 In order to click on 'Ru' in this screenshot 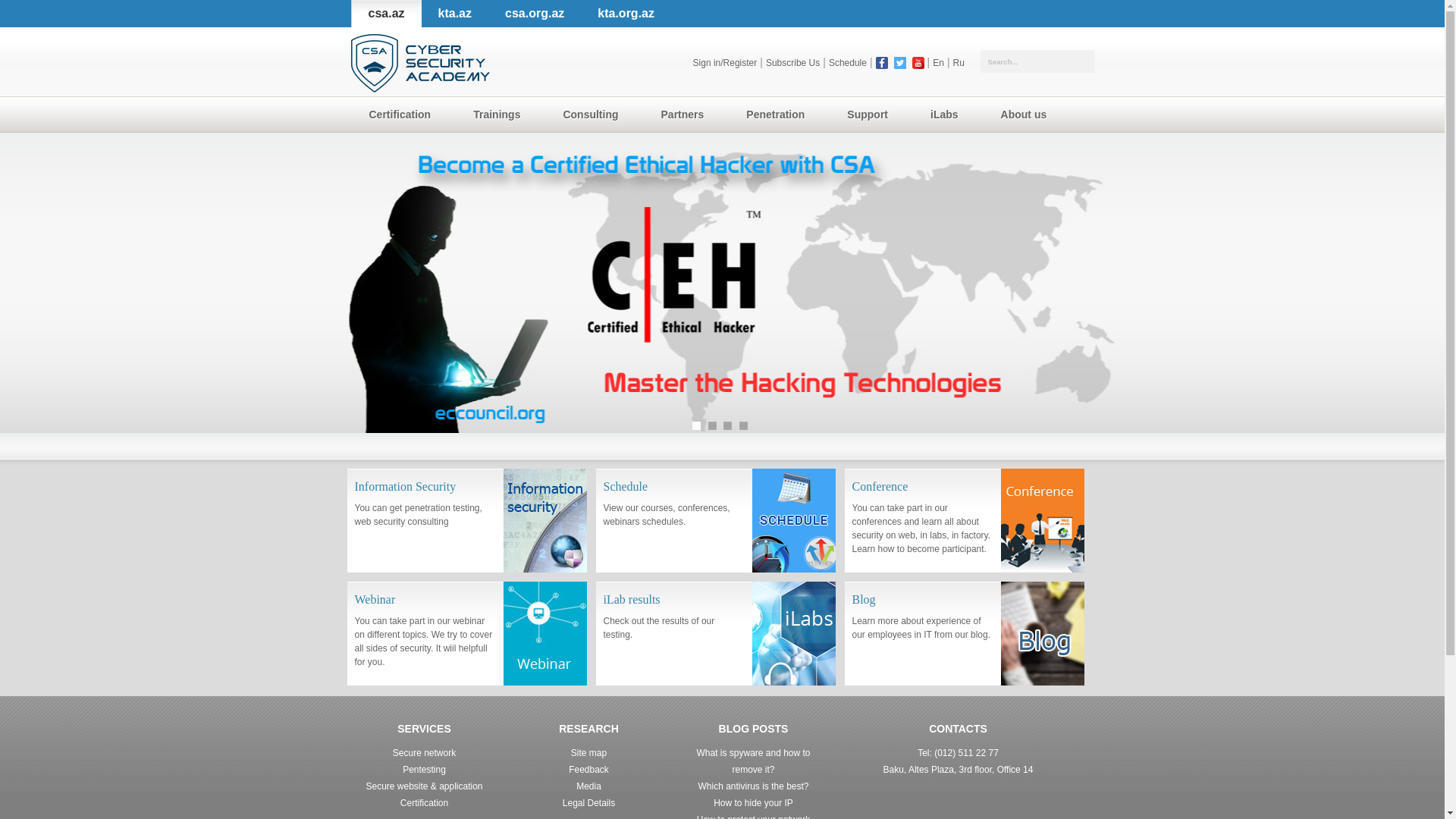, I will do `click(958, 62)`.